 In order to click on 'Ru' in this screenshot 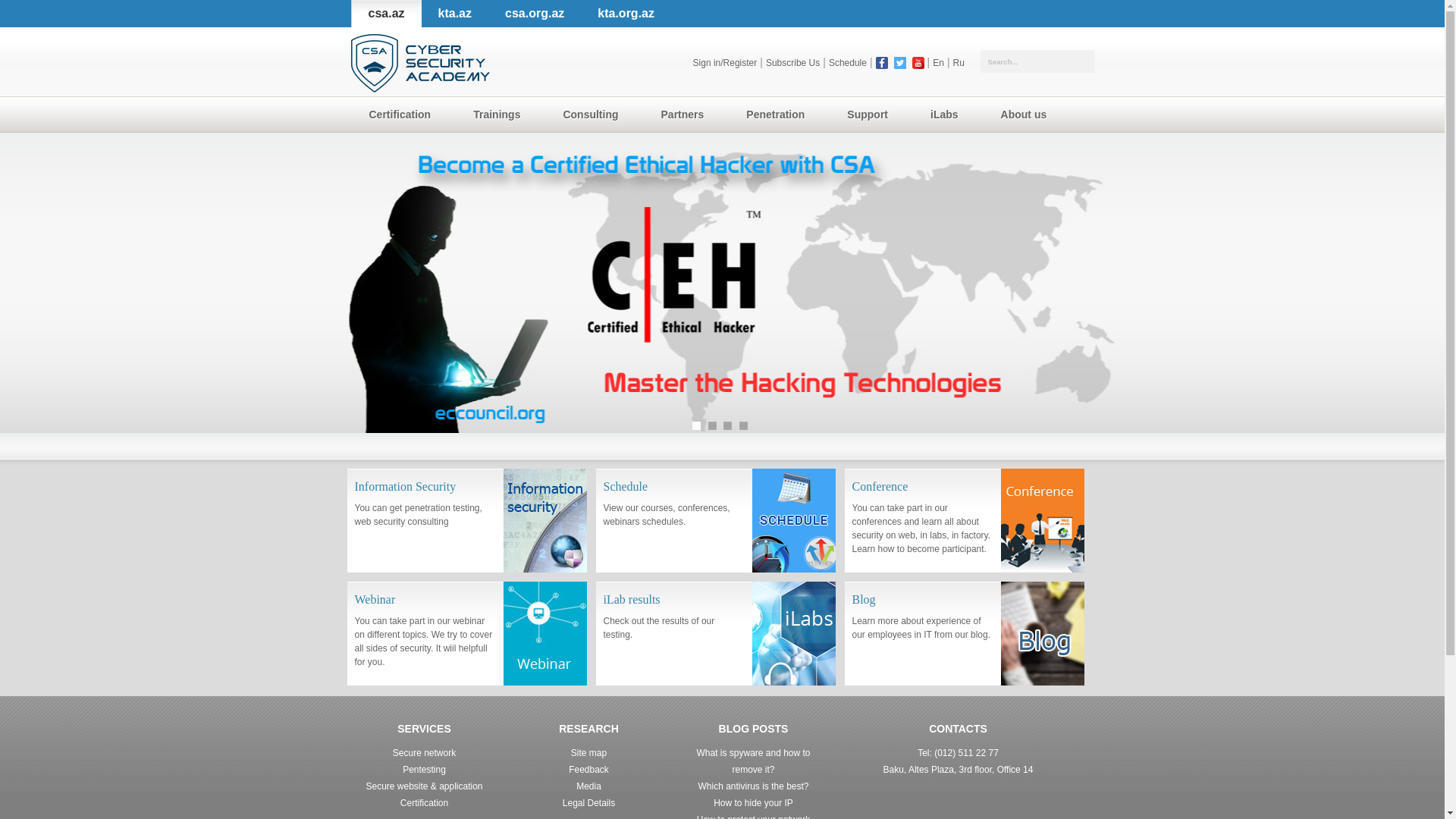, I will do `click(958, 62)`.